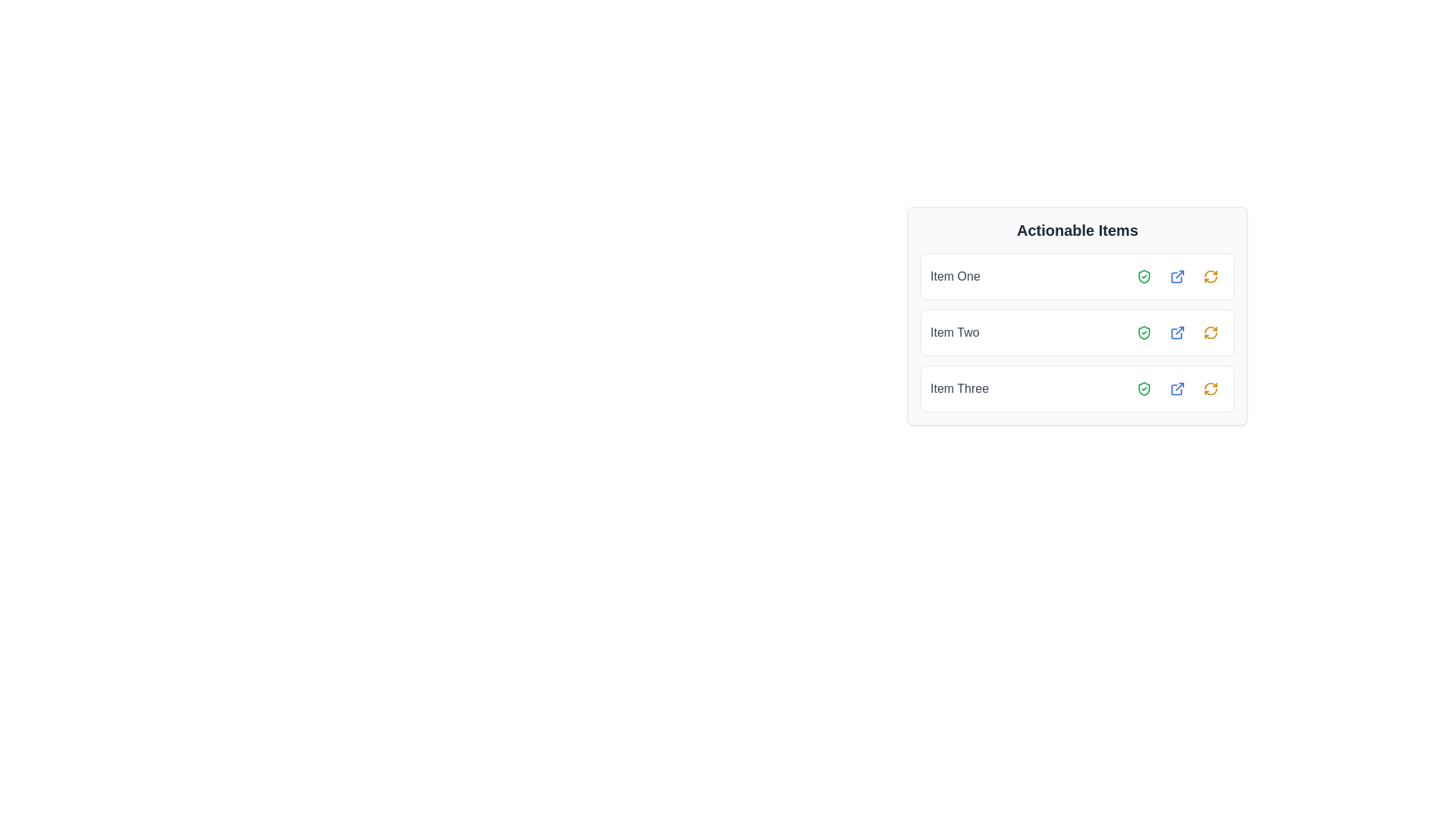  Describe the element at coordinates (1144, 332) in the screenshot. I see `the shield icon indicating a status or property associated with 'Item Two', which has a red fill to signify an alert or warning. This icon is located to the right of the 'Item Two' text in the vertical list and left of the refresh icon` at that location.